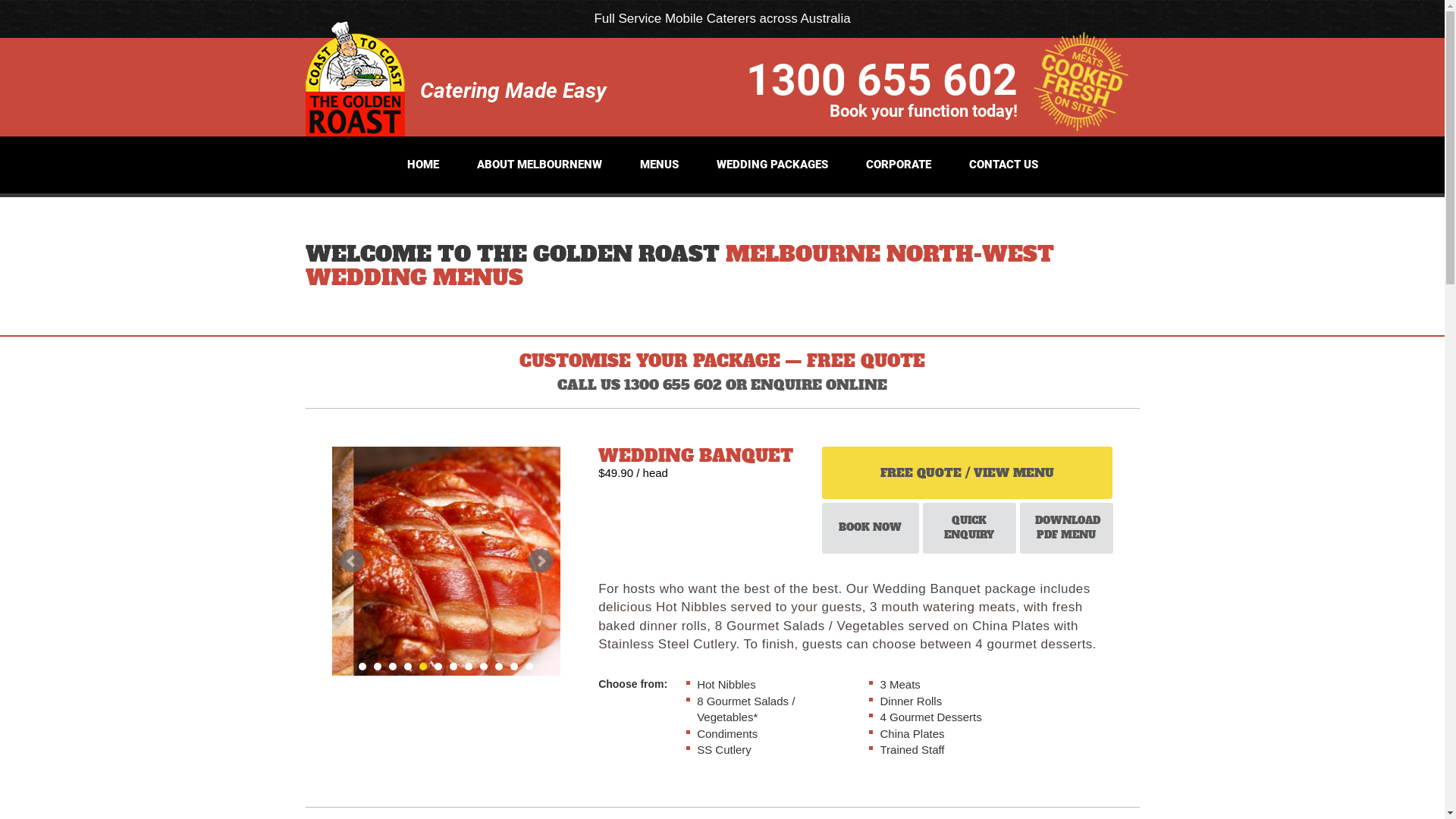 Image resolution: width=1456 pixels, height=819 pixels. Describe the element at coordinates (362, 666) in the screenshot. I see `'1'` at that location.